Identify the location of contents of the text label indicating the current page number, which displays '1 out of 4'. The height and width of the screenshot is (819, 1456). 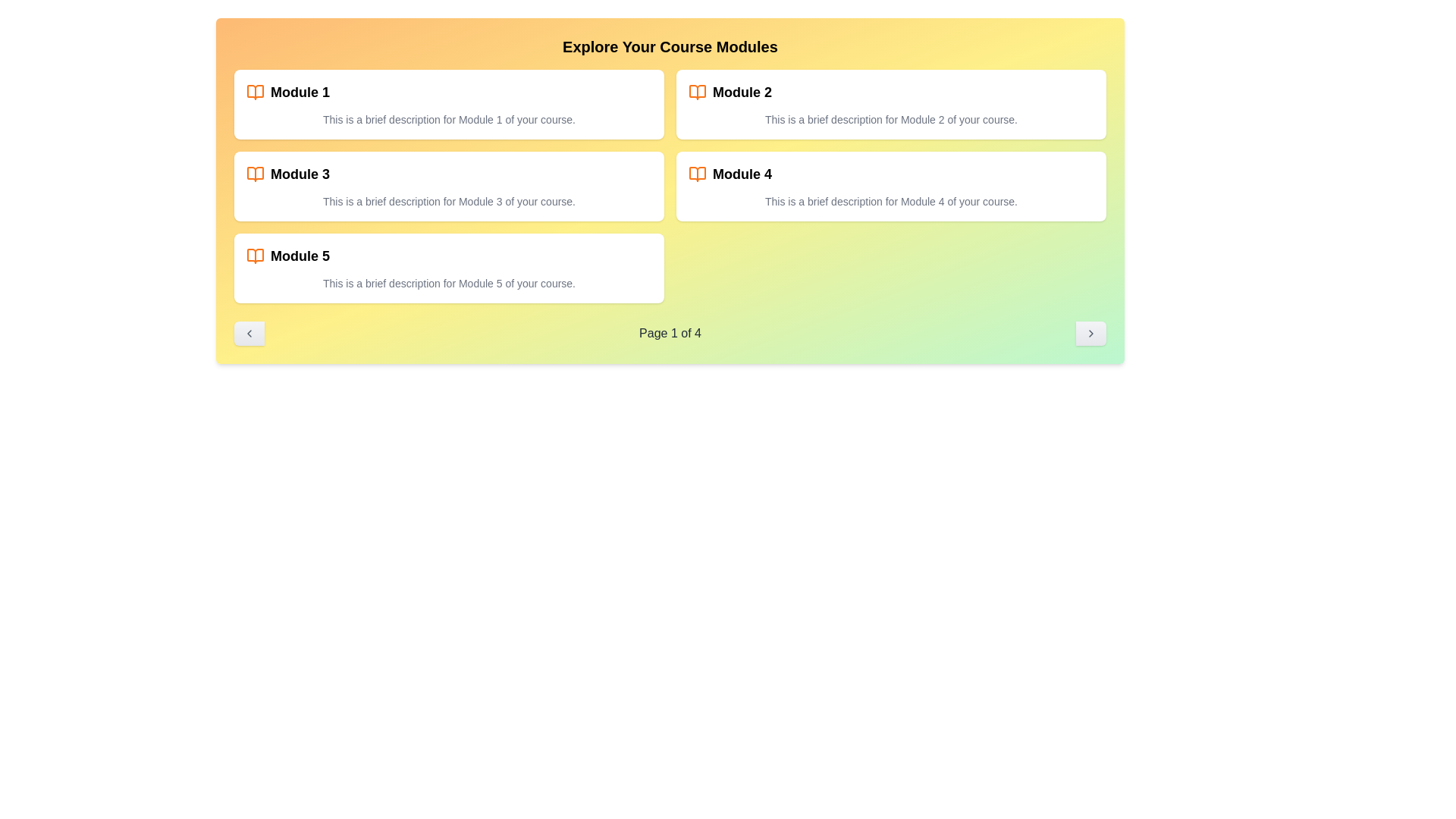
(669, 332).